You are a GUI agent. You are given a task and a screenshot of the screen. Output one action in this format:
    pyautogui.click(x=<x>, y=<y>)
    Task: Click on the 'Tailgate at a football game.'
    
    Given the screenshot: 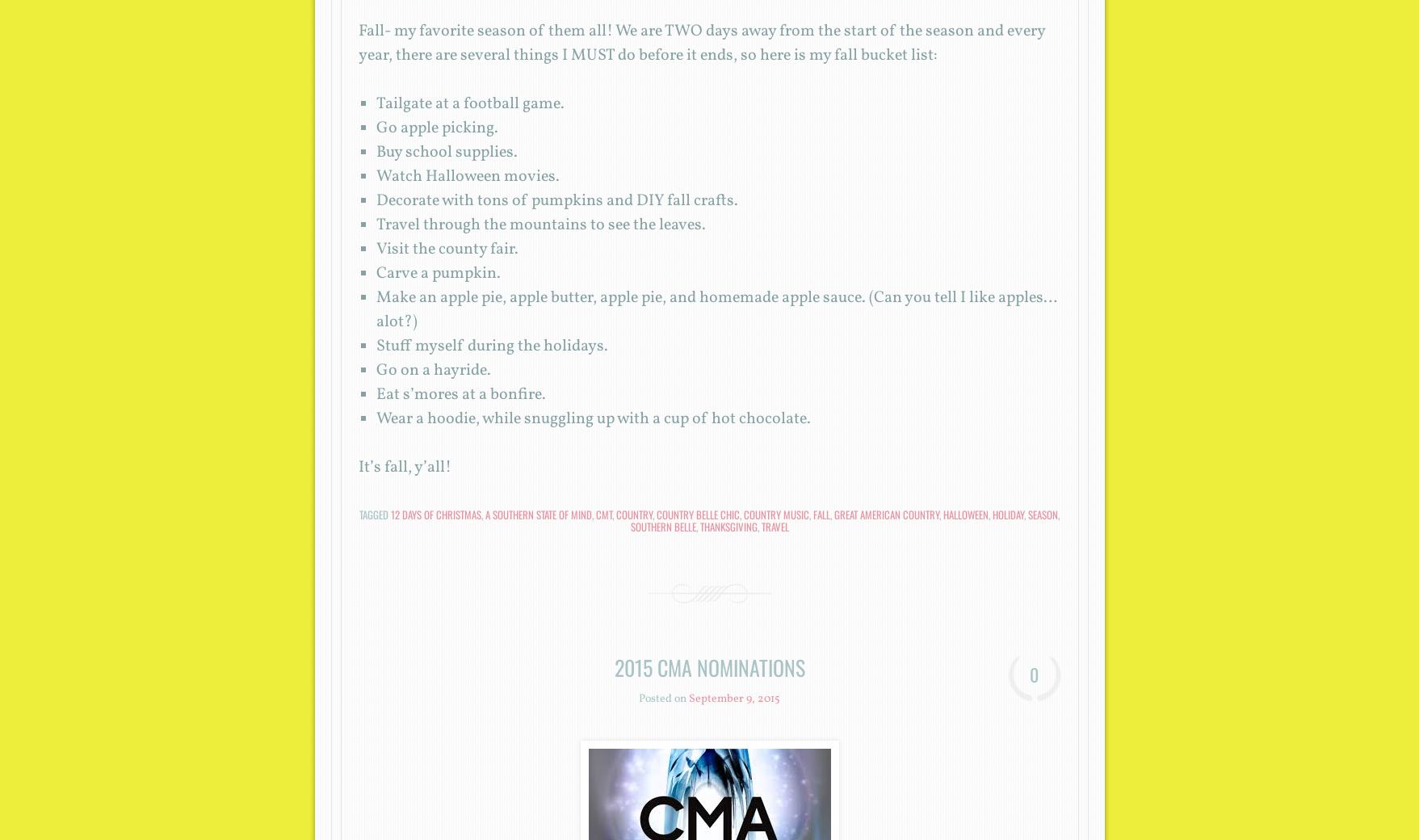 What is the action you would take?
    pyautogui.click(x=375, y=103)
    